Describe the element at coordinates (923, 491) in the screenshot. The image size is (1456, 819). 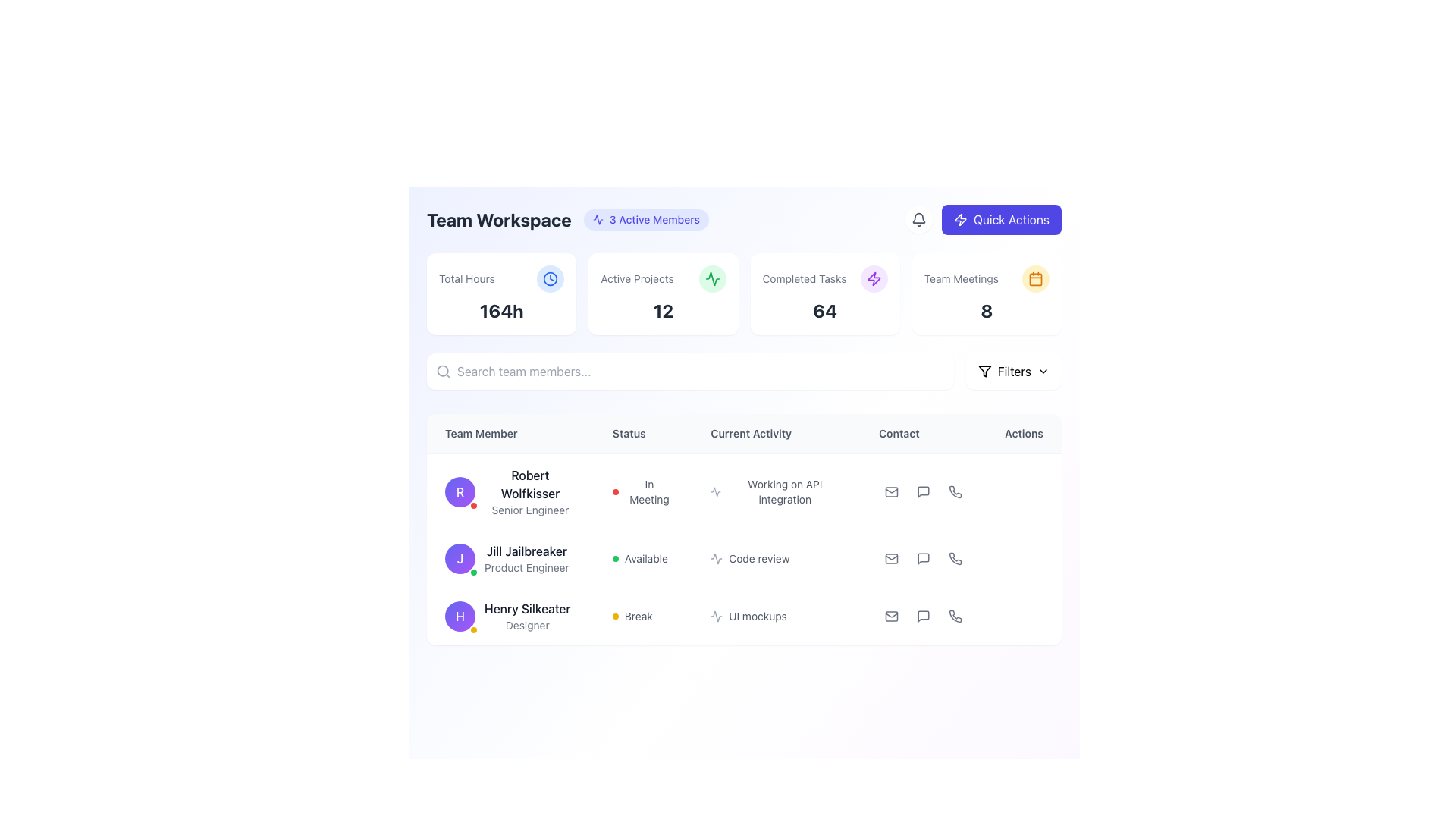
I see `the speech bubble icon with a grey outline, which is the second icon in the row under the 'Contact' column` at that location.